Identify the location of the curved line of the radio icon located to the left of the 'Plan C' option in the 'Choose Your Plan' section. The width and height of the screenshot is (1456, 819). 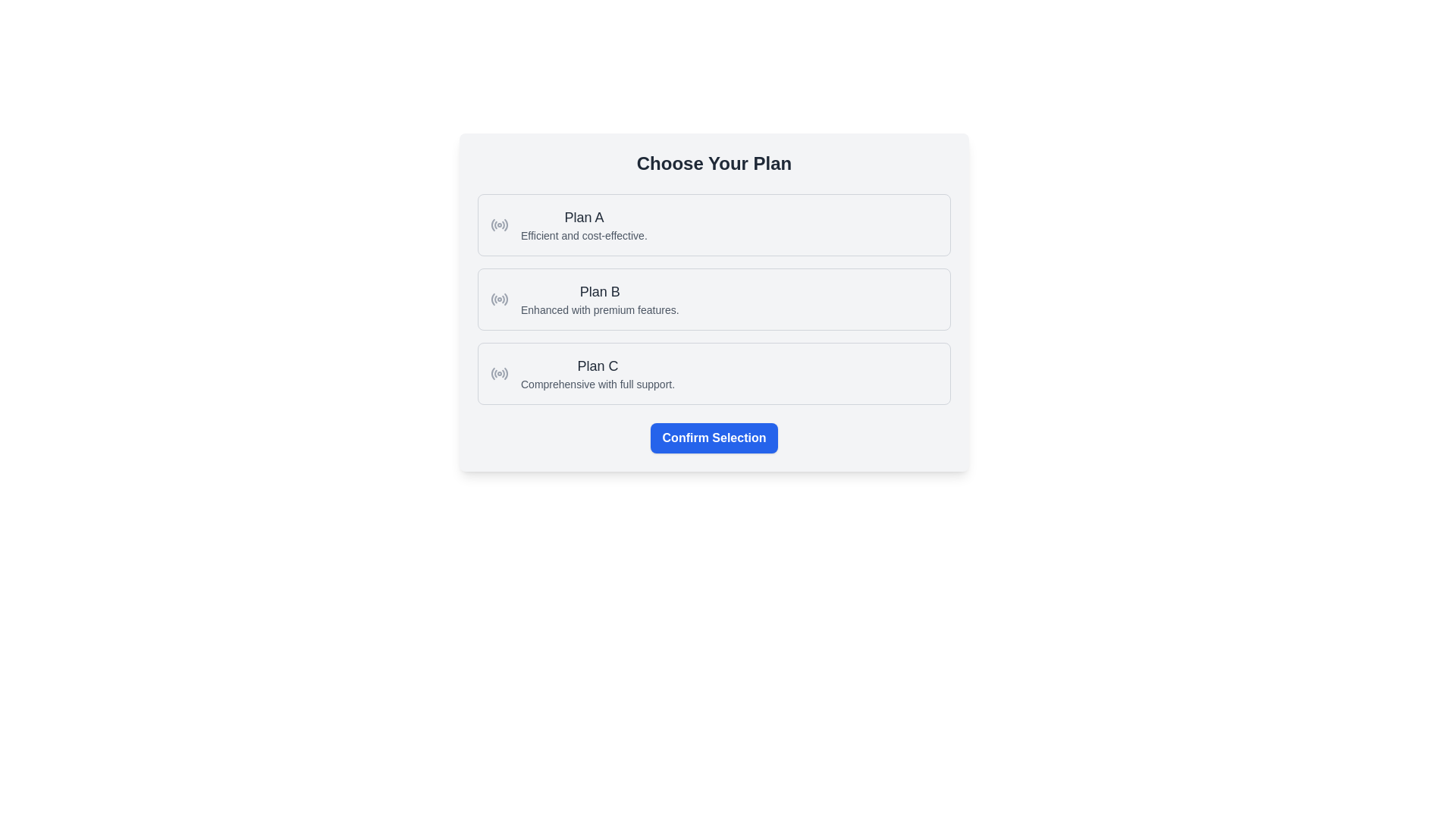
(504, 374).